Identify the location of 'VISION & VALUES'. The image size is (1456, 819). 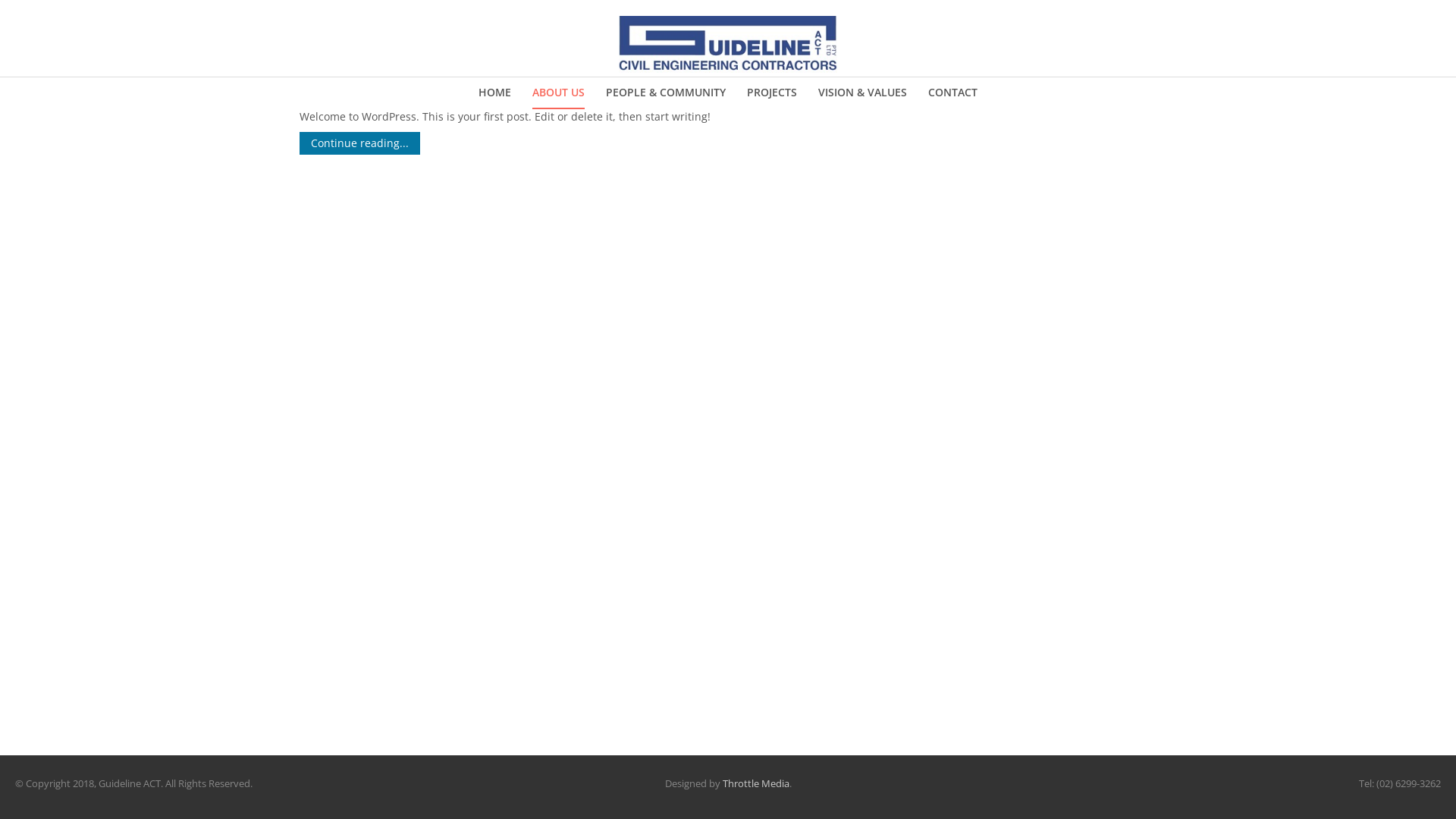
(817, 93).